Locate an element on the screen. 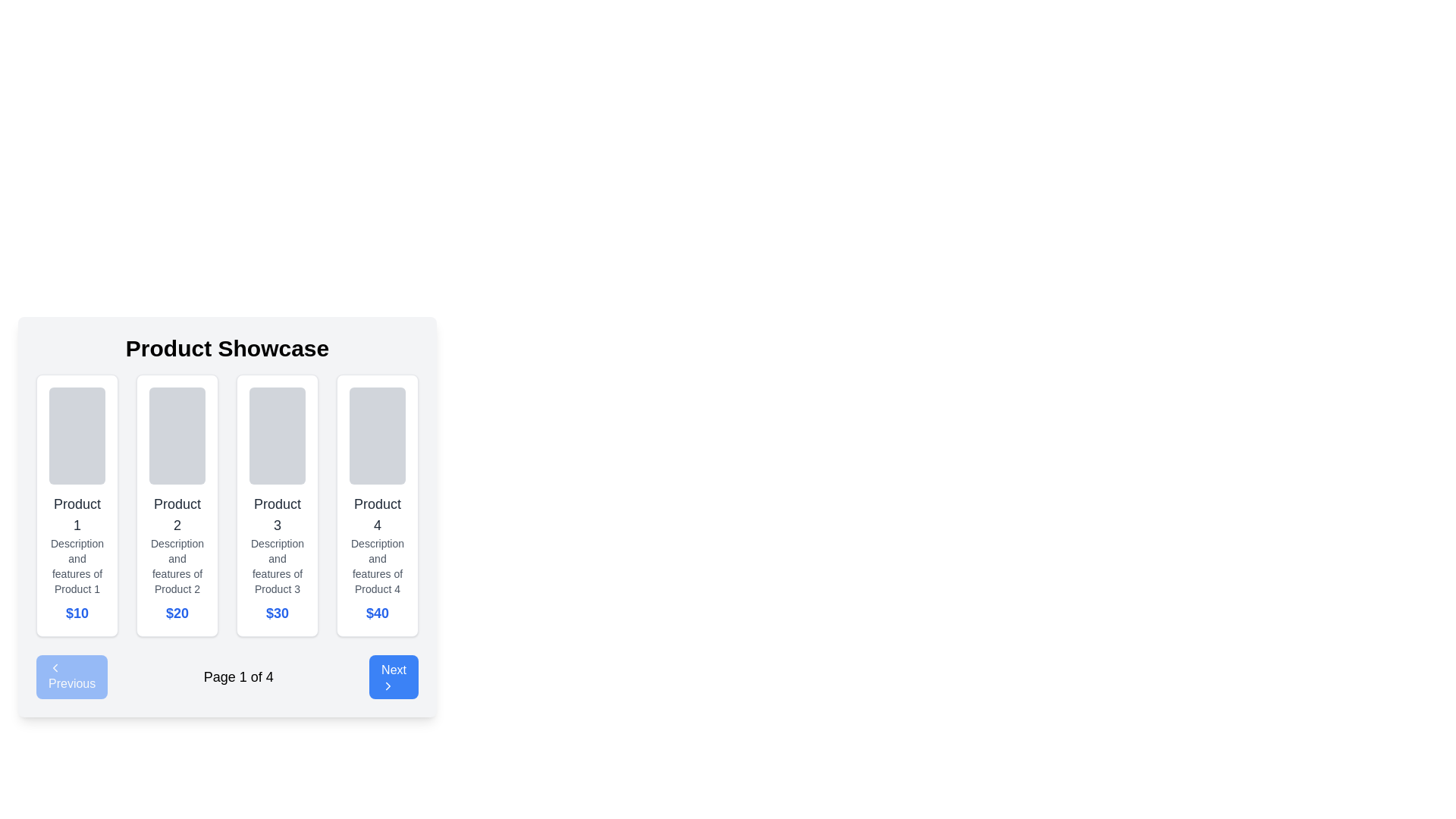  the 'Next' button located at the bottom-right corner of the product showcase interface to proceed or advance is located at coordinates (388, 686).